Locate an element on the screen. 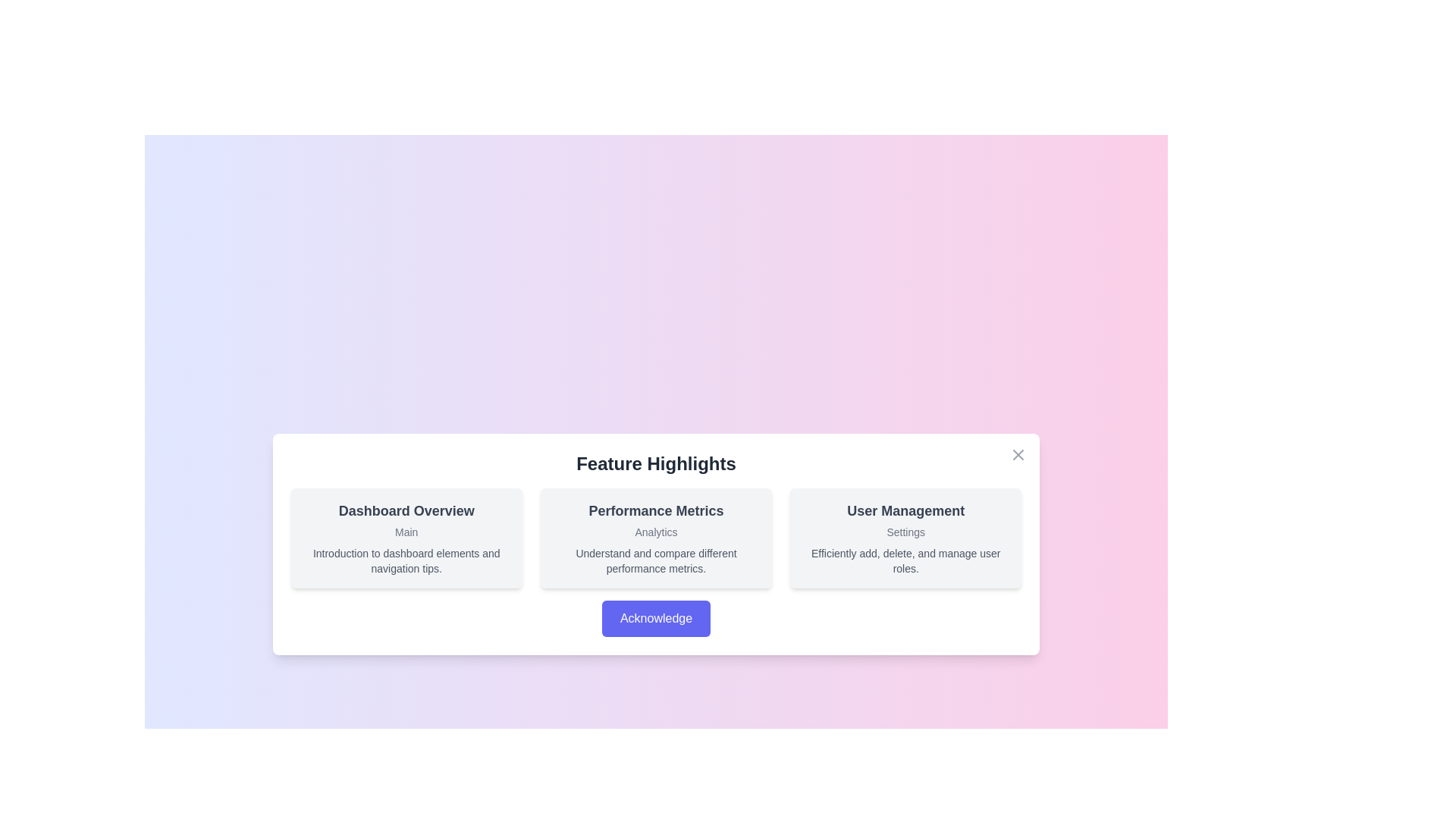 Image resolution: width=1456 pixels, height=819 pixels. the close button in the top-right corner of the dialog to close it is located at coordinates (1018, 454).